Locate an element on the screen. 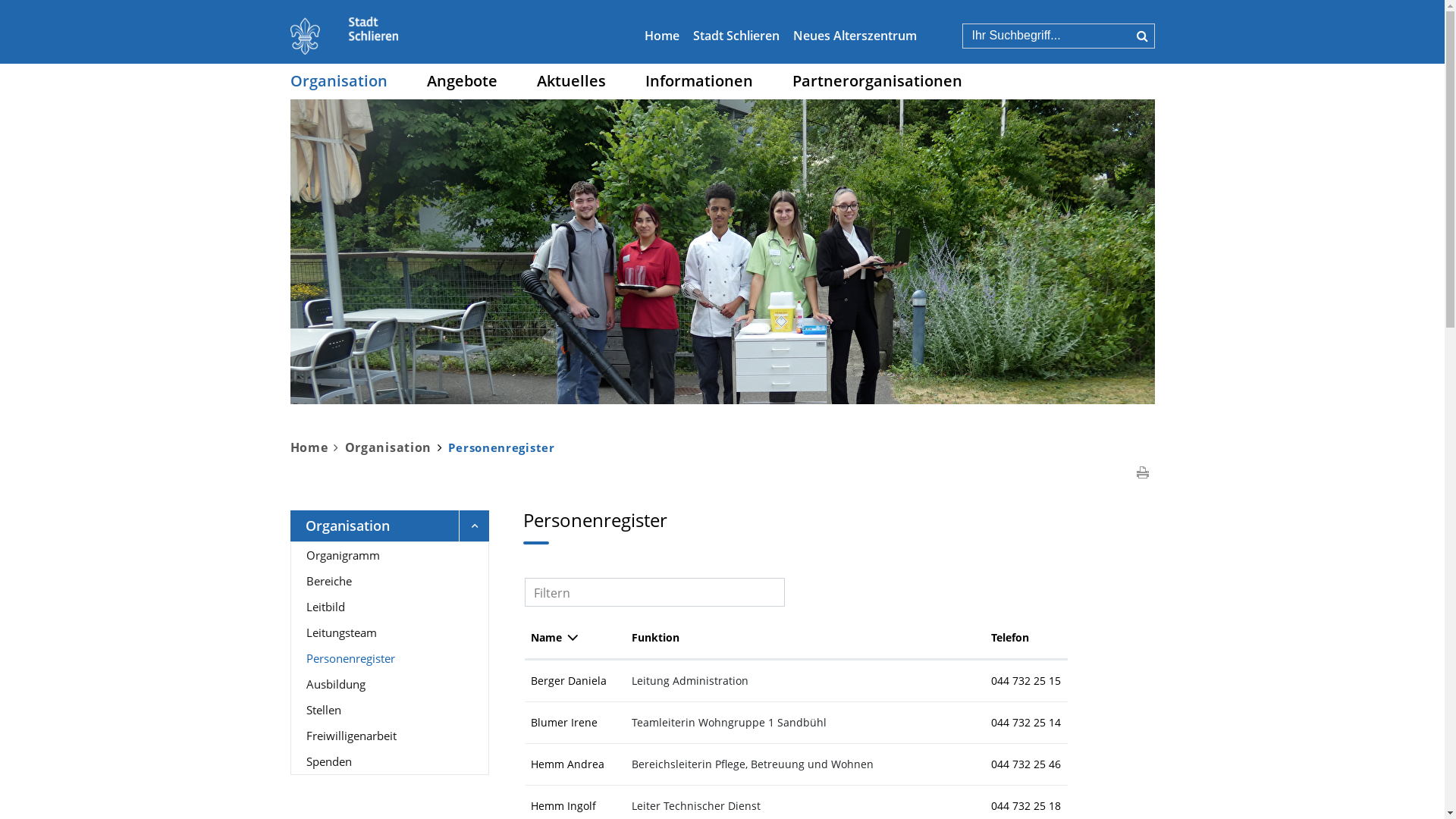  'Informationen' is located at coordinates (698, 80).